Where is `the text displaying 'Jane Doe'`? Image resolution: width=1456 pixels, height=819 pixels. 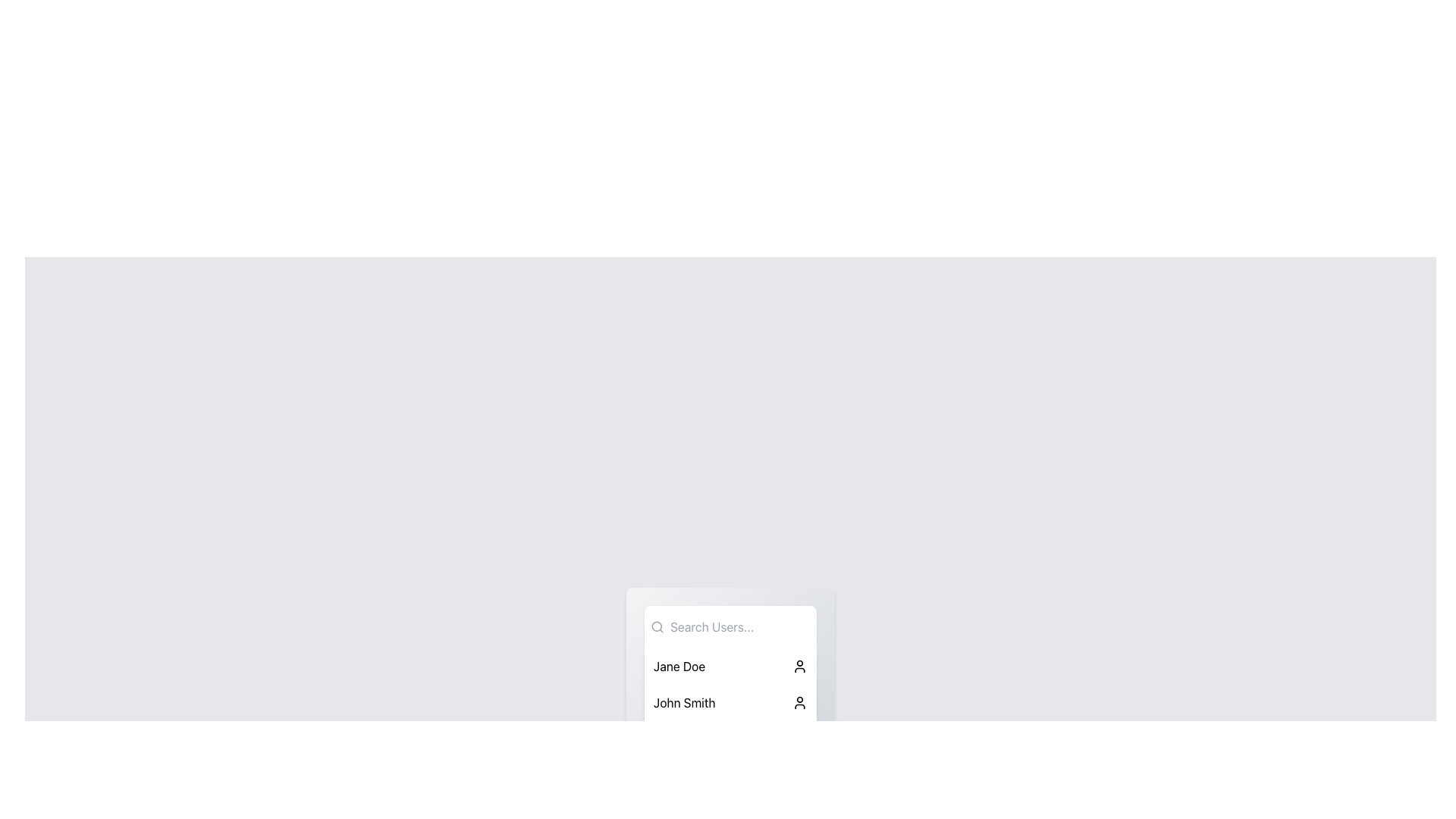
the text displaying 'Jane Doe' is located at coordinates (679, 666).